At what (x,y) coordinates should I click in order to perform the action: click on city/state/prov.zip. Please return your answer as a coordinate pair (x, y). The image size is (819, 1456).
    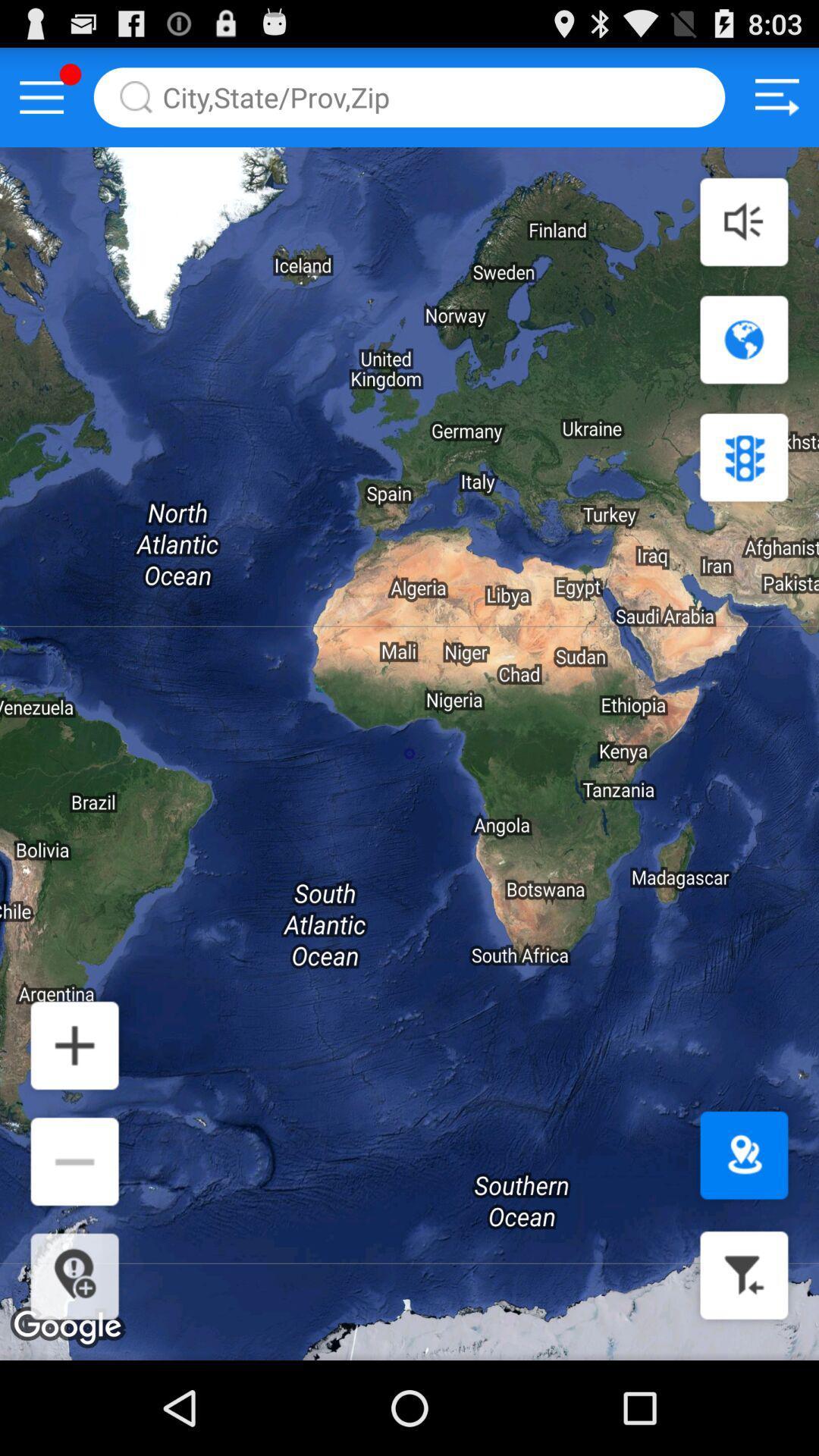
    Looking at the image, I should click on (409, 96).